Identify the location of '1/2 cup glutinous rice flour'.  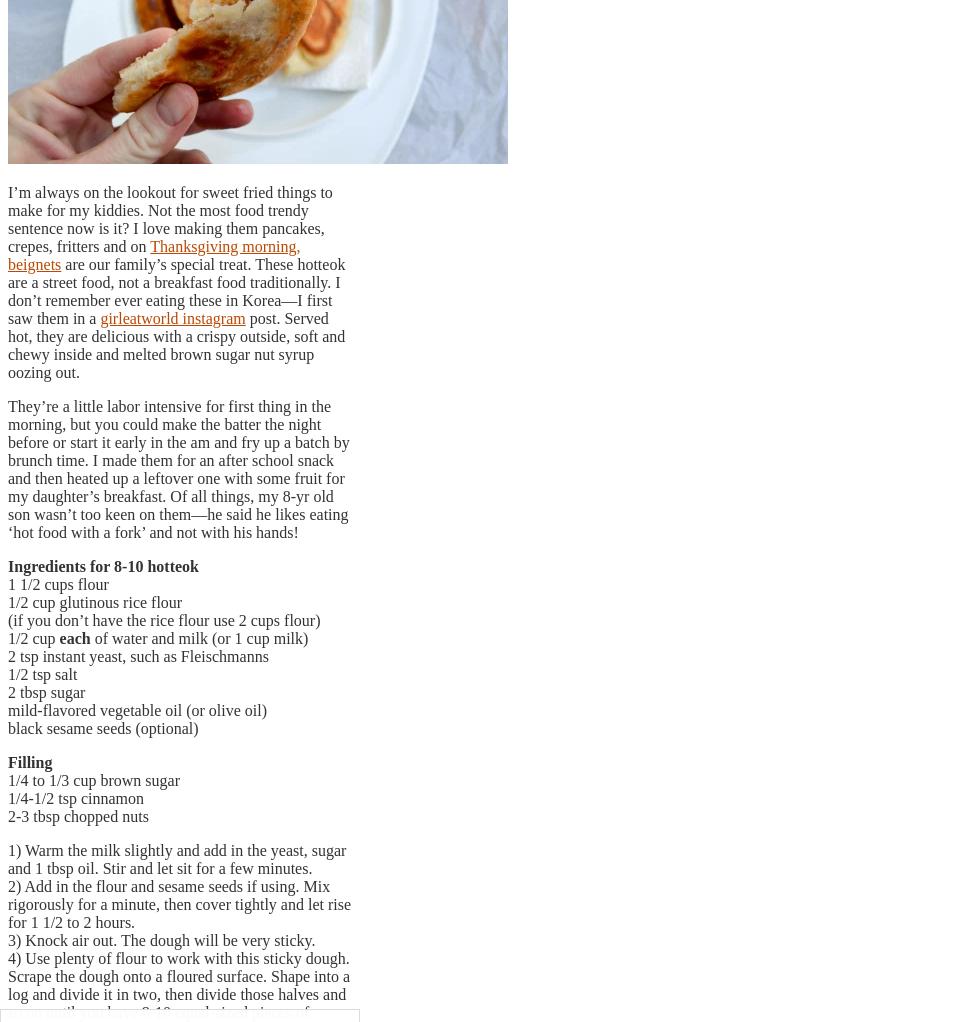
(94, 600).